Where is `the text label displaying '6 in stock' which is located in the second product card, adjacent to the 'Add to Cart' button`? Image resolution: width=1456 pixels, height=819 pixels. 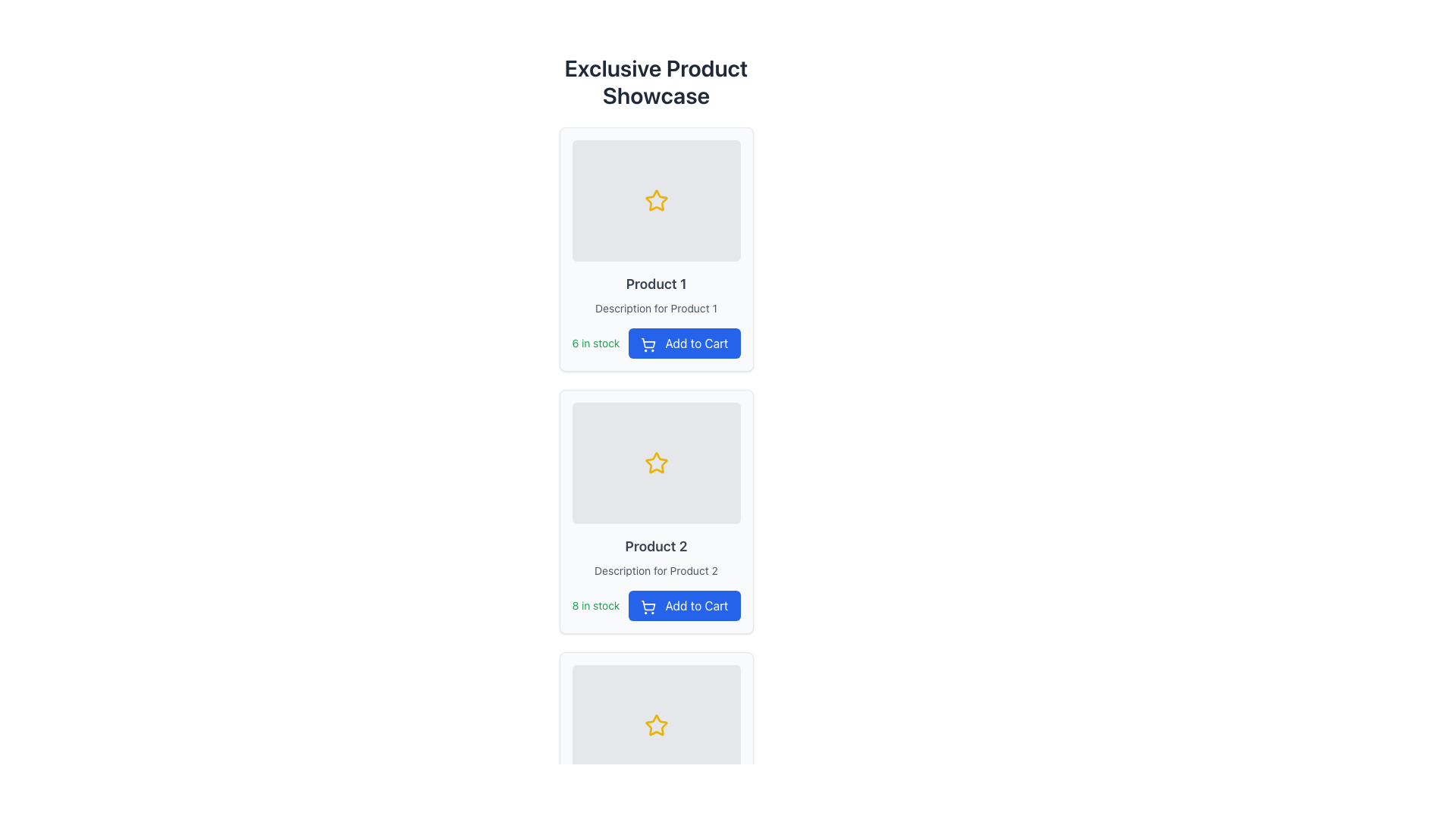 the text label displaying '6 in stock' which is located in the second product card, adjacent to the 'Add to Cart' button is located at coordinates (595, 343).